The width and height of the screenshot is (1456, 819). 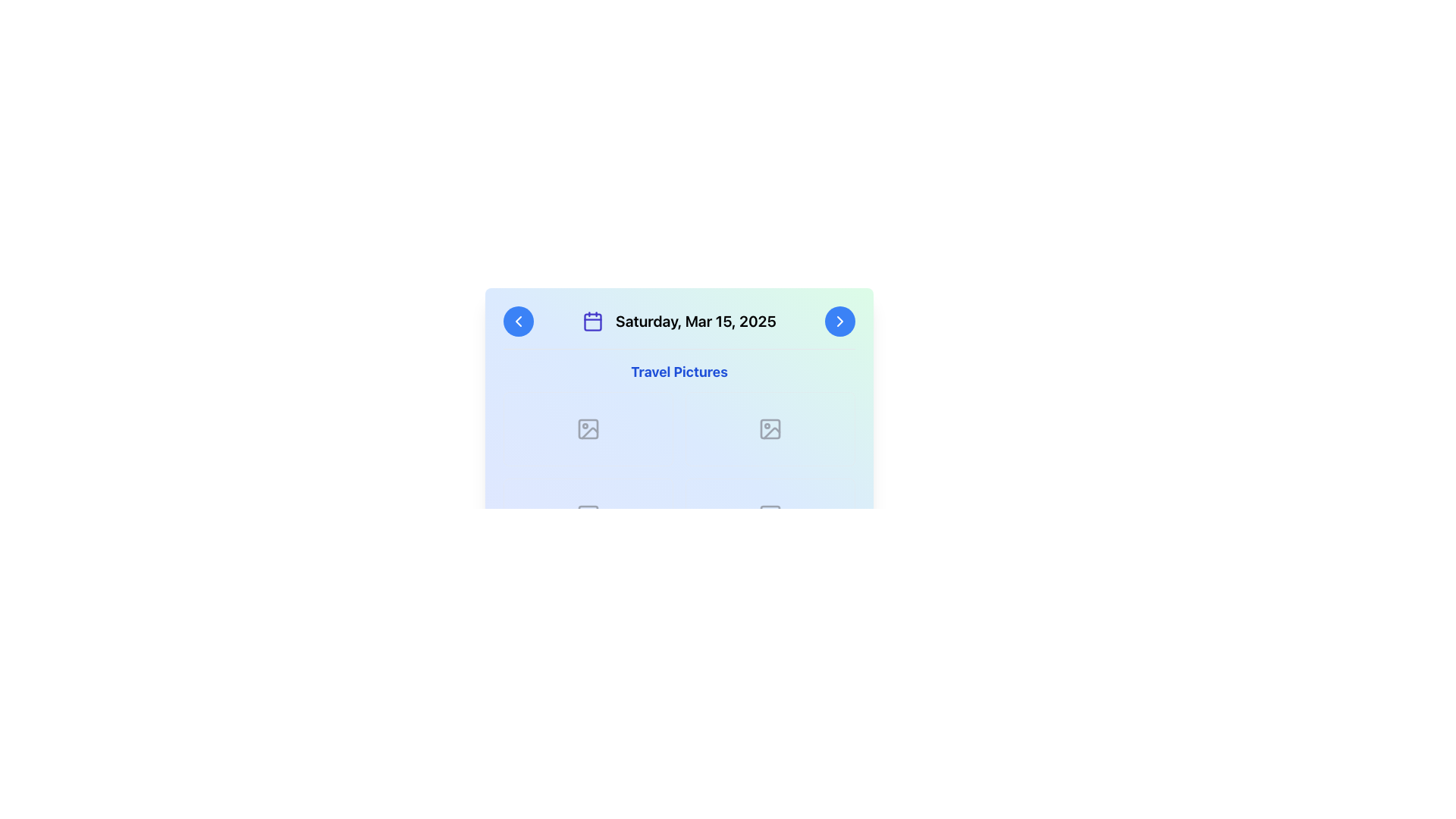 I want to click on the left-pointing chevron icon located in the top-left region of the interface, which is inside a rounded blue button, so click(x=519, y=321).